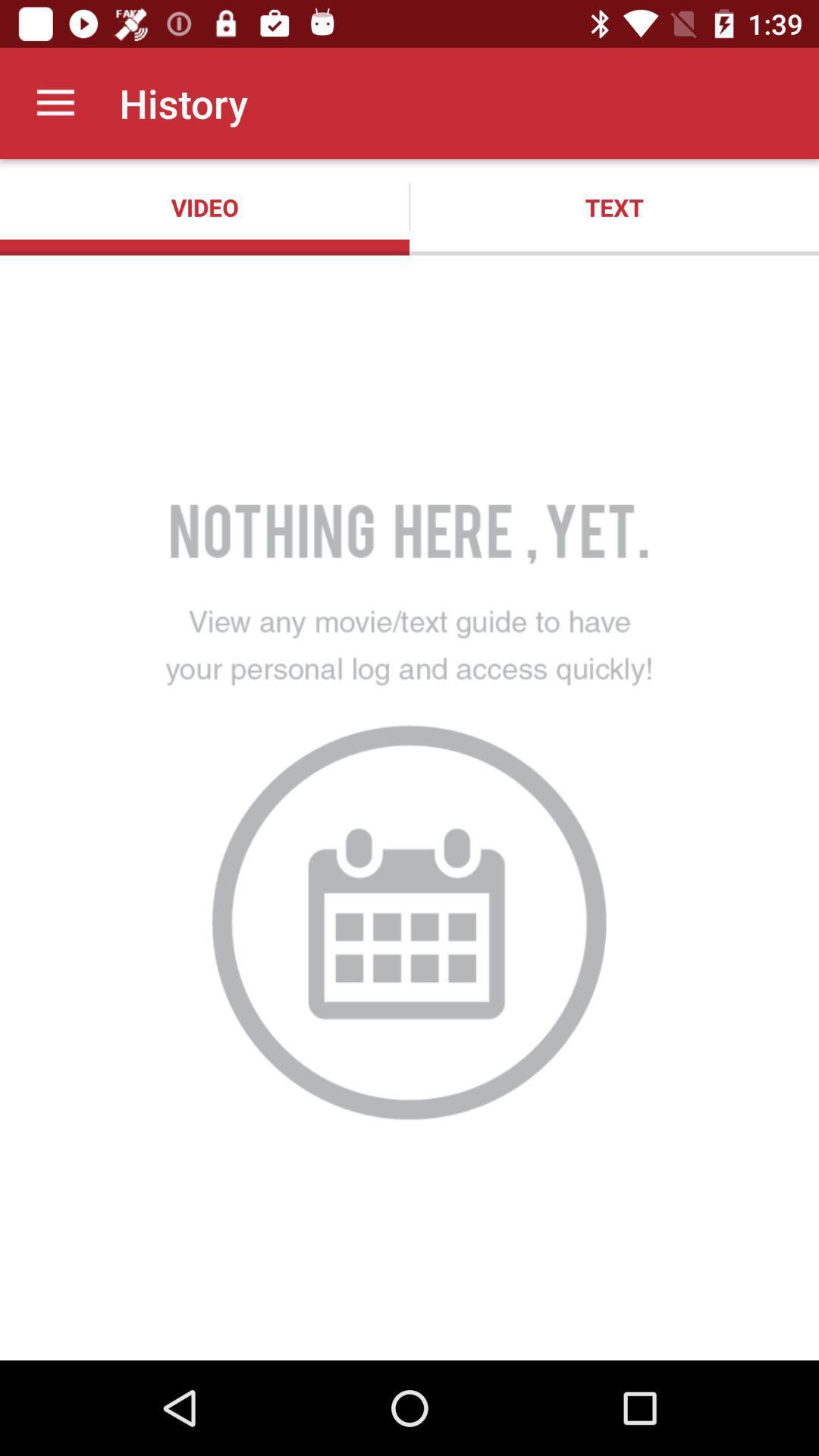 The height and width of the screenshot is (1456, 819). I want to click on icon above video item, so click(55, 102).